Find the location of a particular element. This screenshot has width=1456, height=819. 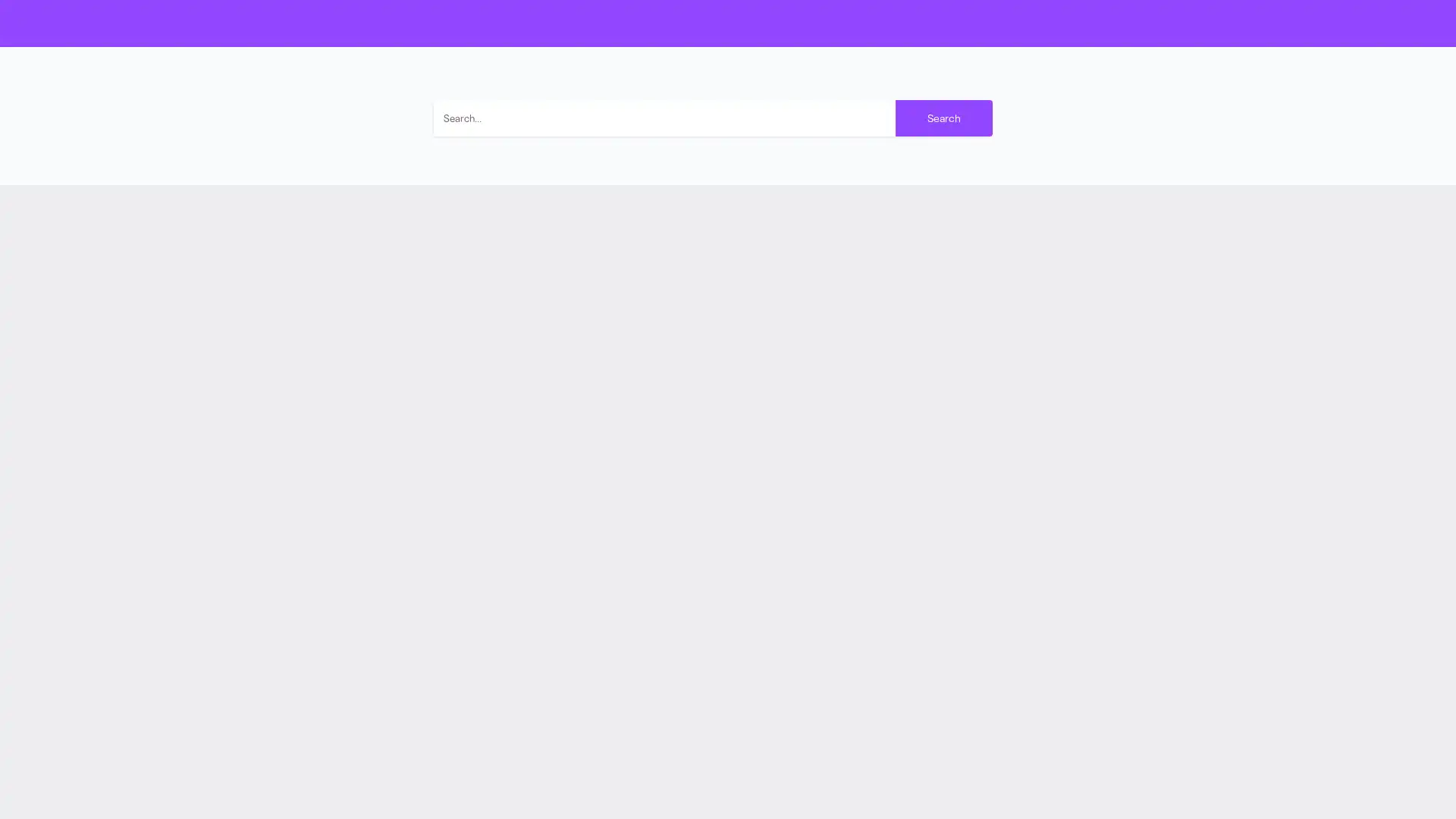

Follow us on Twitter is located at coordinates (1040, 533).